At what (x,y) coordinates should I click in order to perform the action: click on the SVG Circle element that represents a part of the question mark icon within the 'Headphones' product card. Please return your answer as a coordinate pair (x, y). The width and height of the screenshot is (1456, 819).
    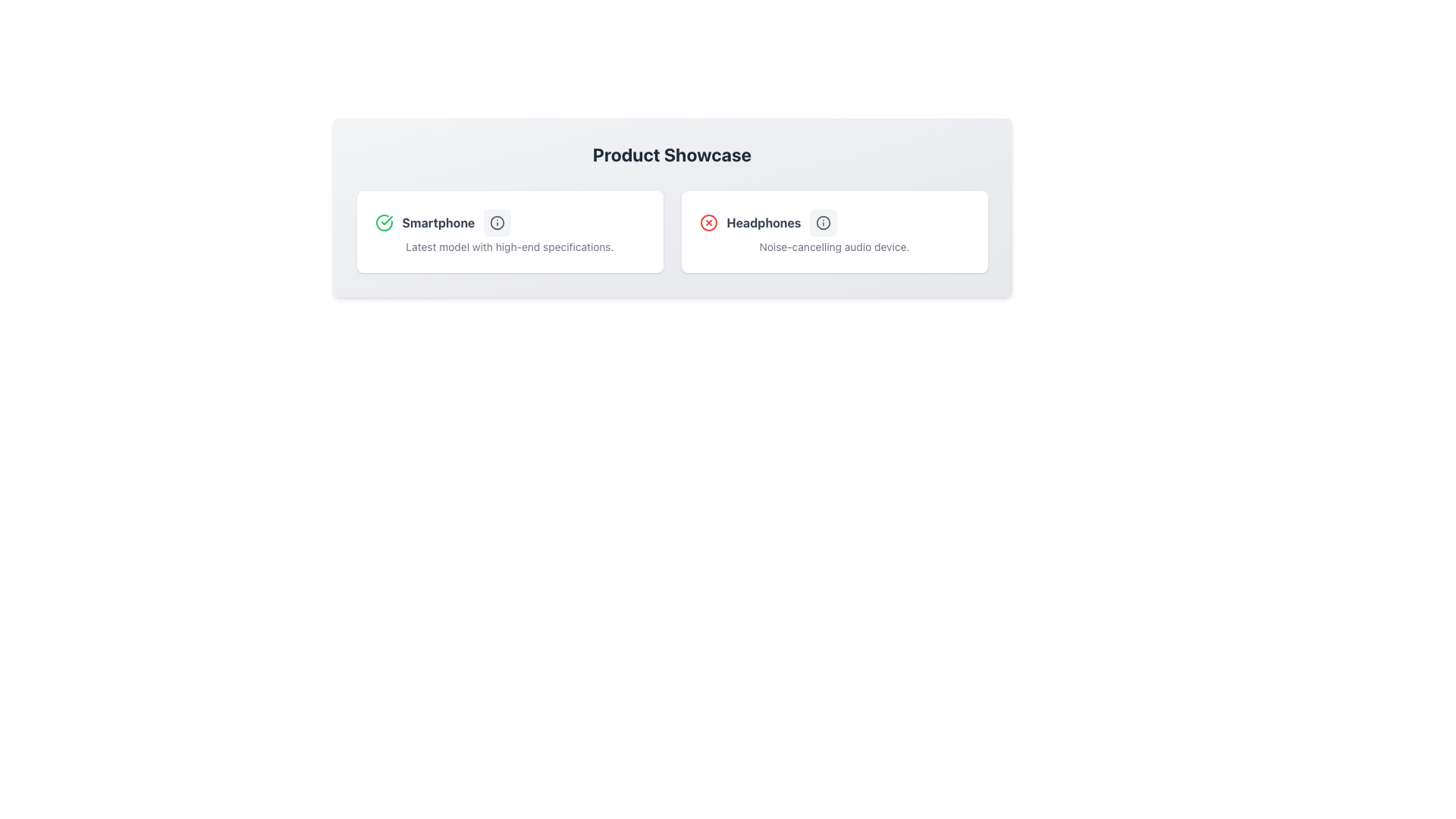
    Looking at the image, I should click on (823, 222).